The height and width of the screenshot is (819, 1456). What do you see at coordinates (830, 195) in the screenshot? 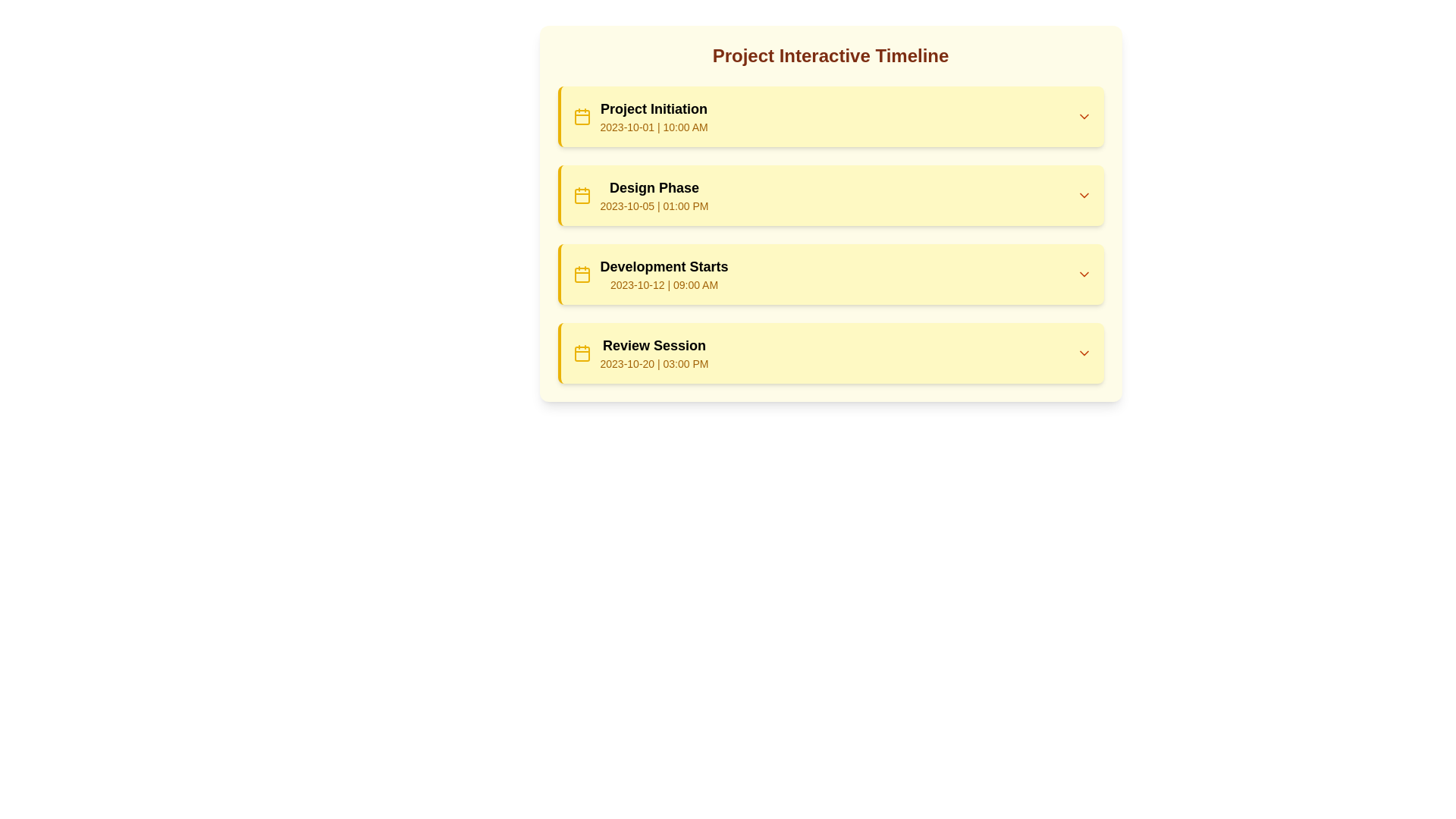
I see `the 'Design Phase' event entry in the timeline` at bounding box center [830, 195].